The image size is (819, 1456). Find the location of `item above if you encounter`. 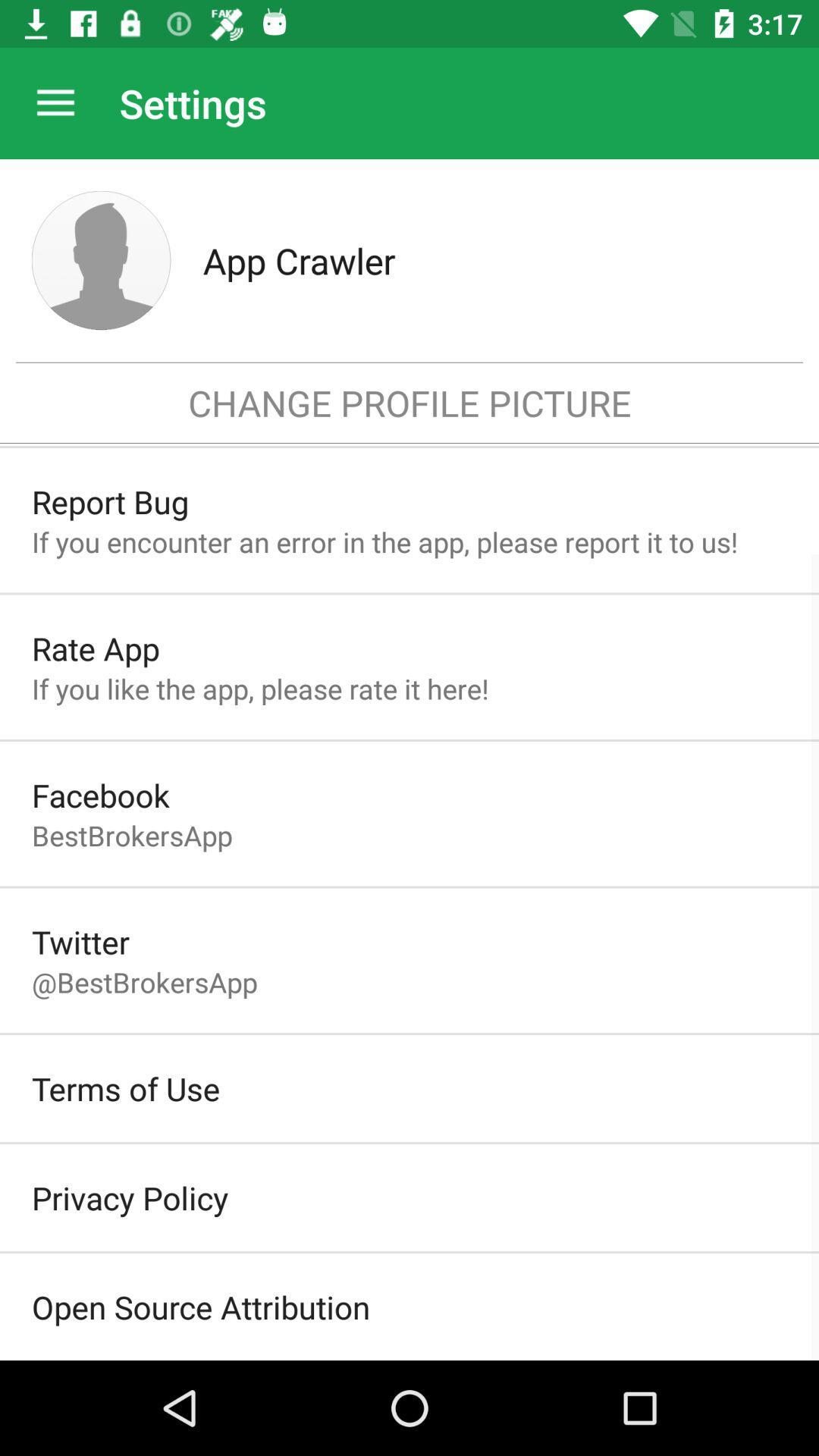

item above if you encounter is located at coordinates (109, 501).